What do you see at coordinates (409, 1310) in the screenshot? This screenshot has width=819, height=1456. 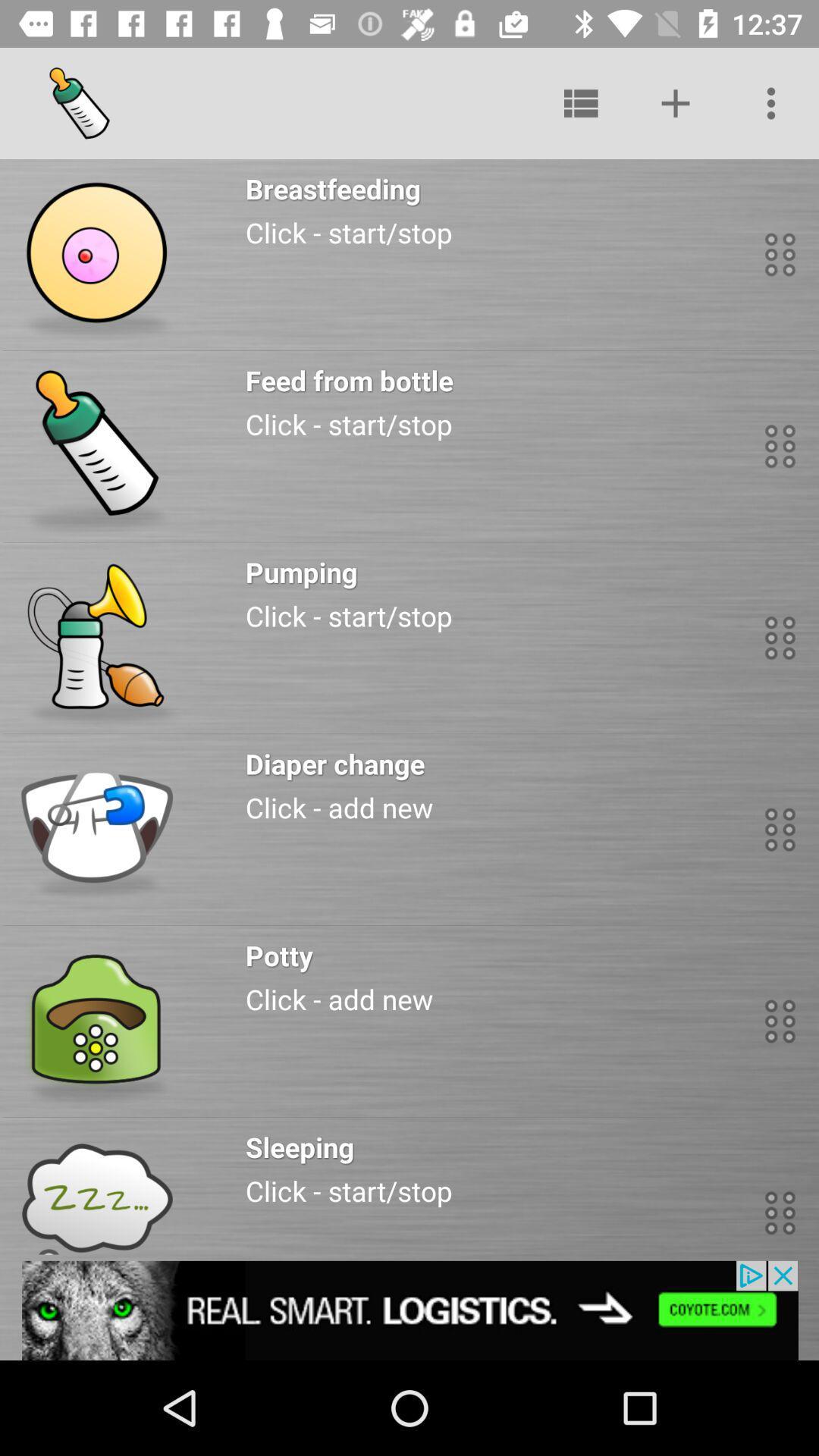 I see `advertisement click` at bounding box center [409, 1310].